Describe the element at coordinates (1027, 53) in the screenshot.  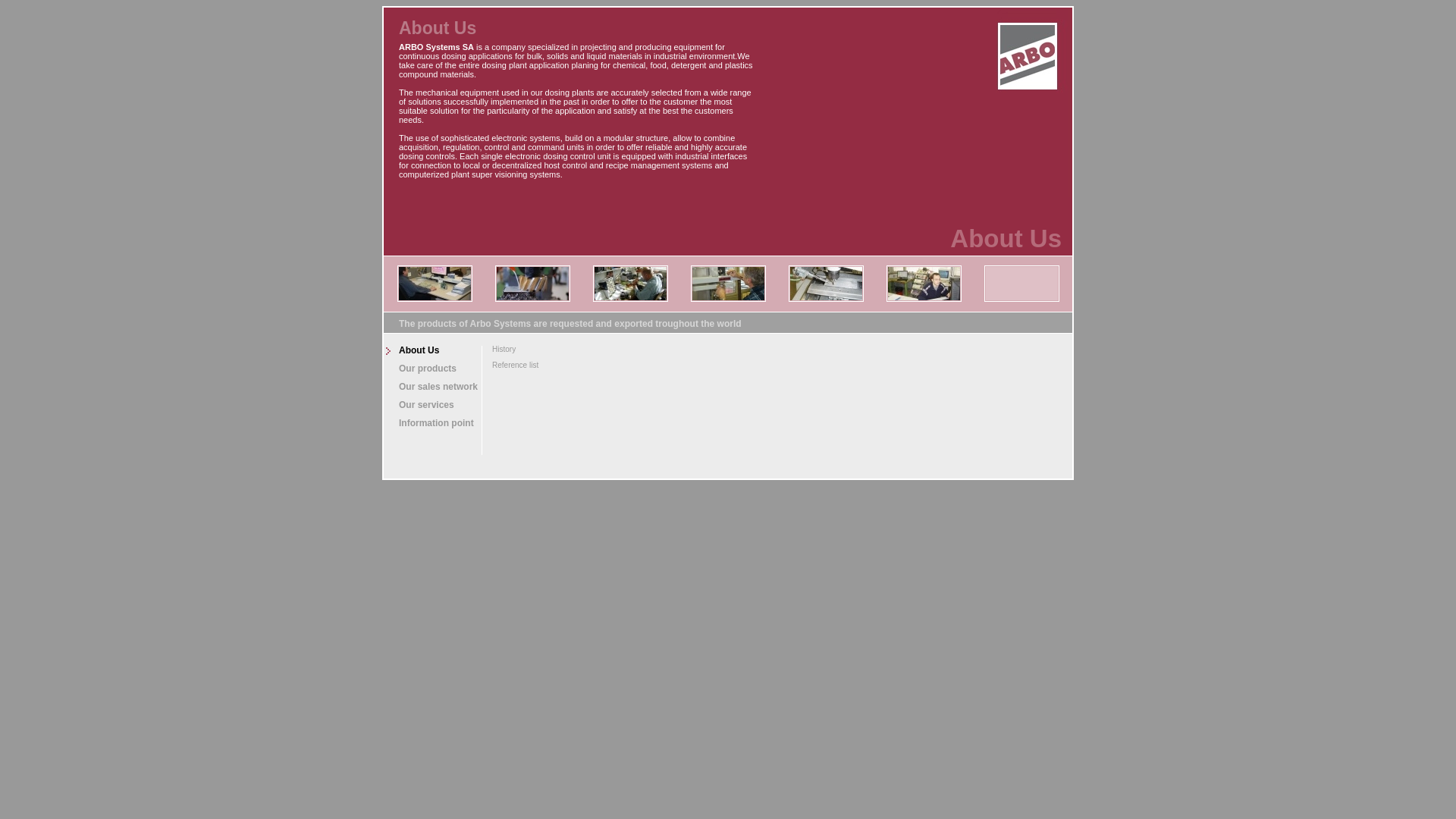
I see `' '` at that location.